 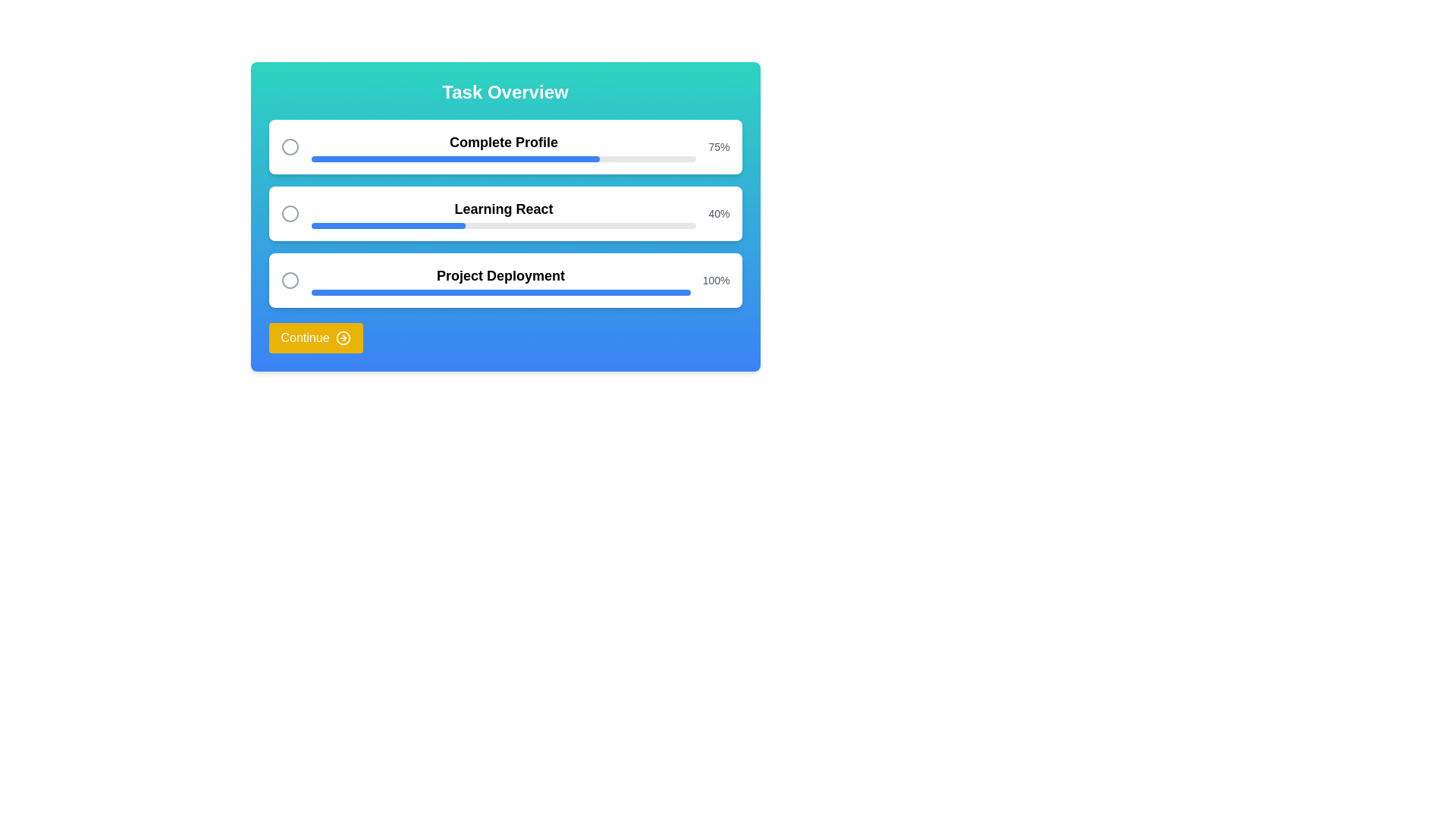 What do you see at coordinates (388, 225) in the screenshot?
I see `the fill of the progress bar segment corresponding to the task 'Learning React', which indicates a progress value of 40%` at bounding box center [388, 225].